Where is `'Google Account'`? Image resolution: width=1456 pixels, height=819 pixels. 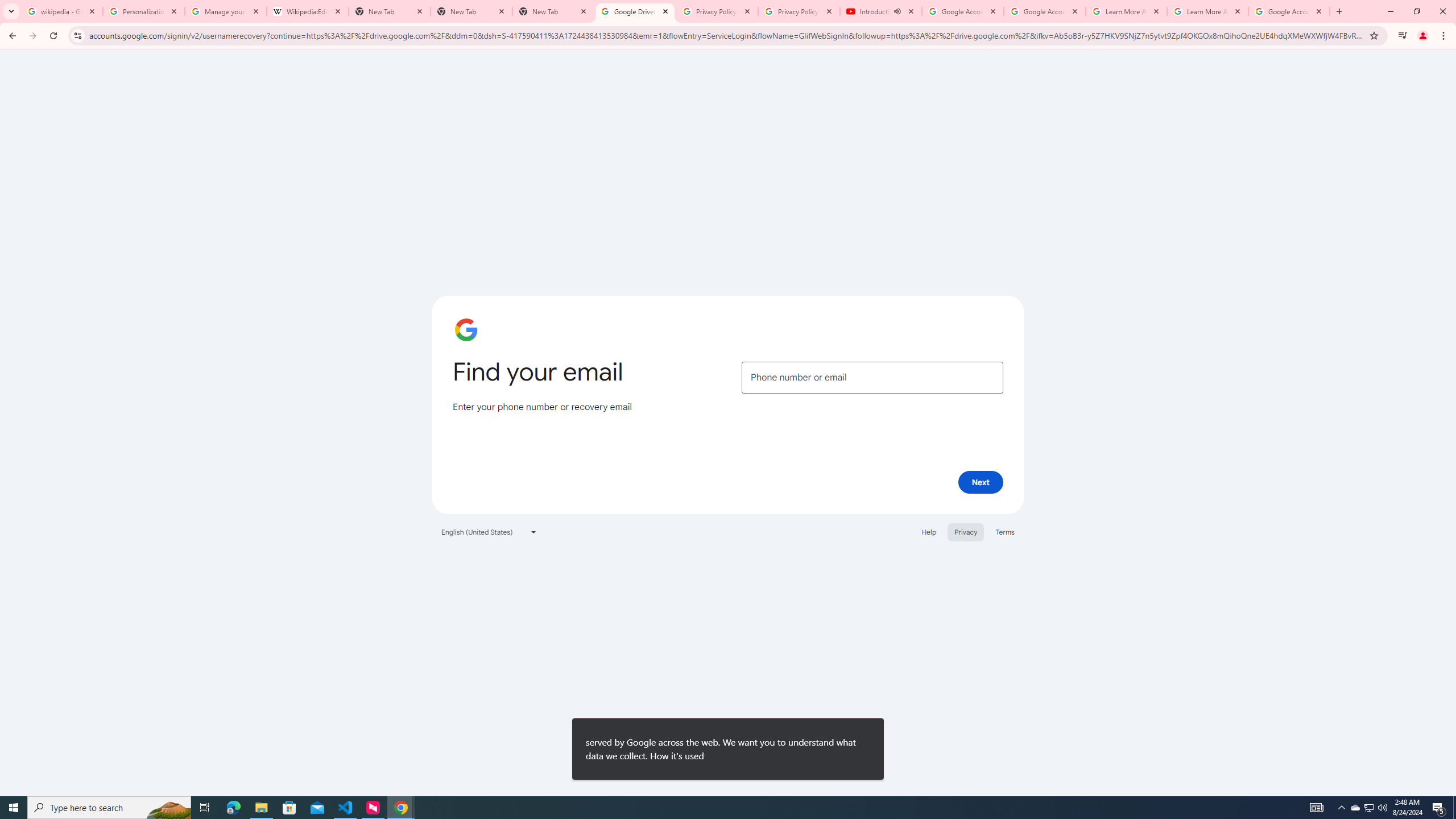 'Google Account' is located at coordinates (1289, 11).